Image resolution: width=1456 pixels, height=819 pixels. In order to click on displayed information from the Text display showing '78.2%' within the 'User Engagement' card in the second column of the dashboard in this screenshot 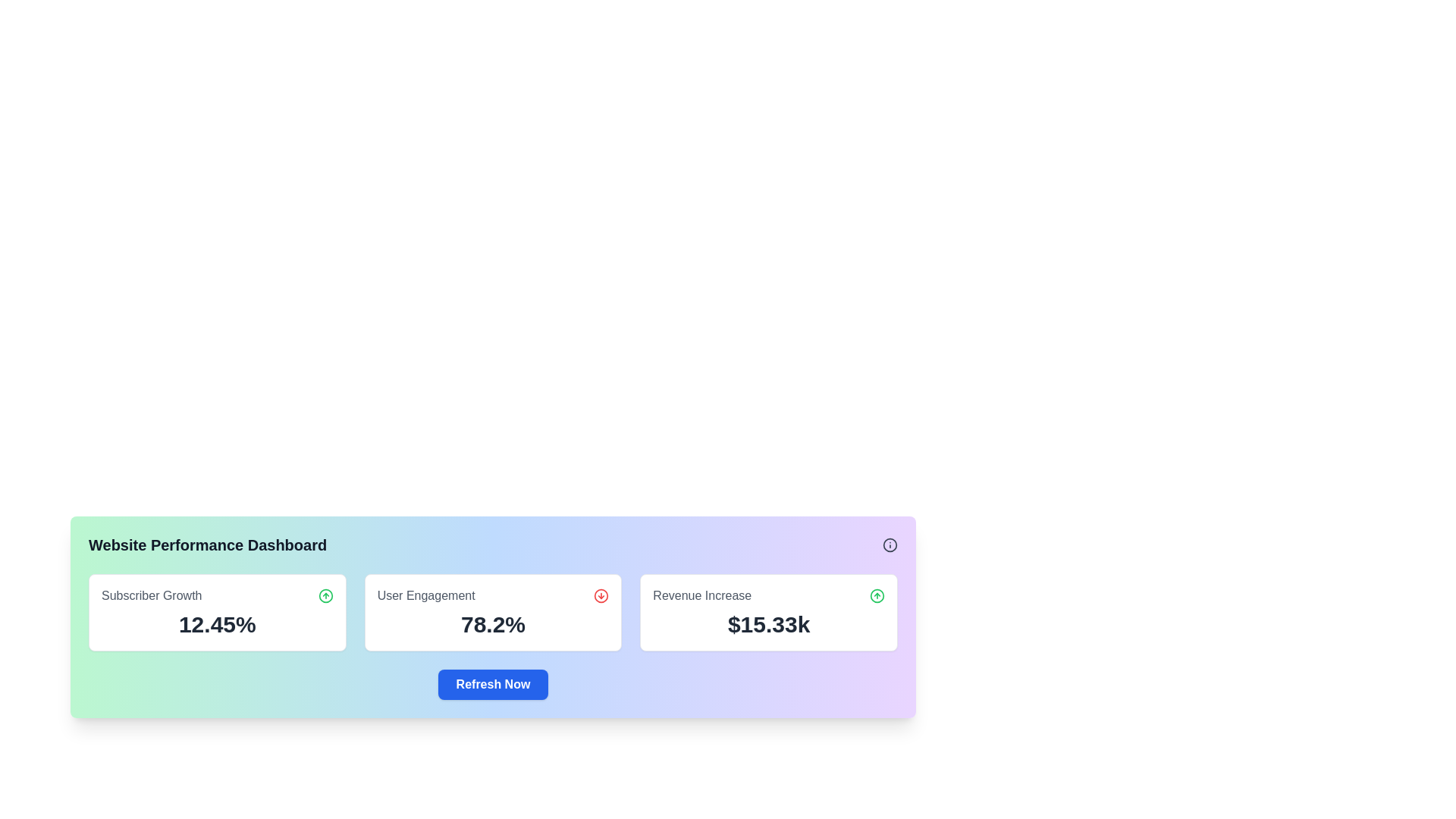, I will do `click(493, 625)`.